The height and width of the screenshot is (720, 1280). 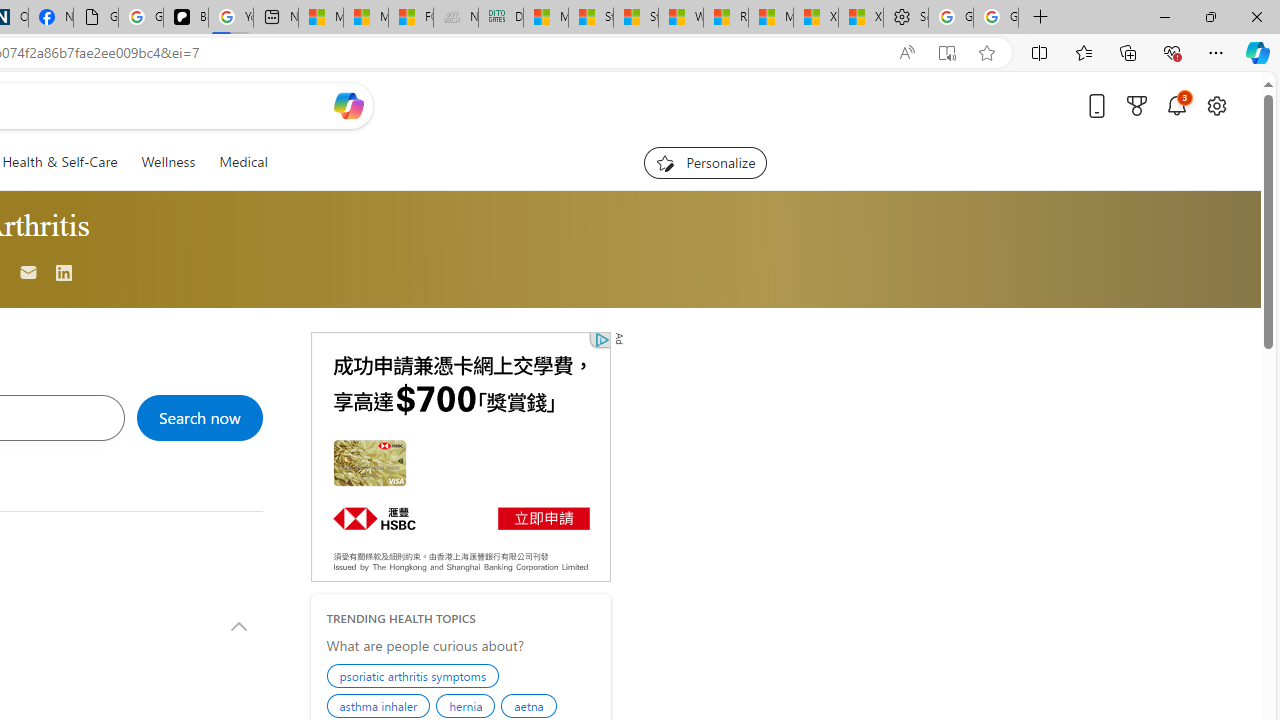 What do you see at coordinates (168, 161) in the screenshot?
I see `'Wellness'` at bounding box center [168, 161].